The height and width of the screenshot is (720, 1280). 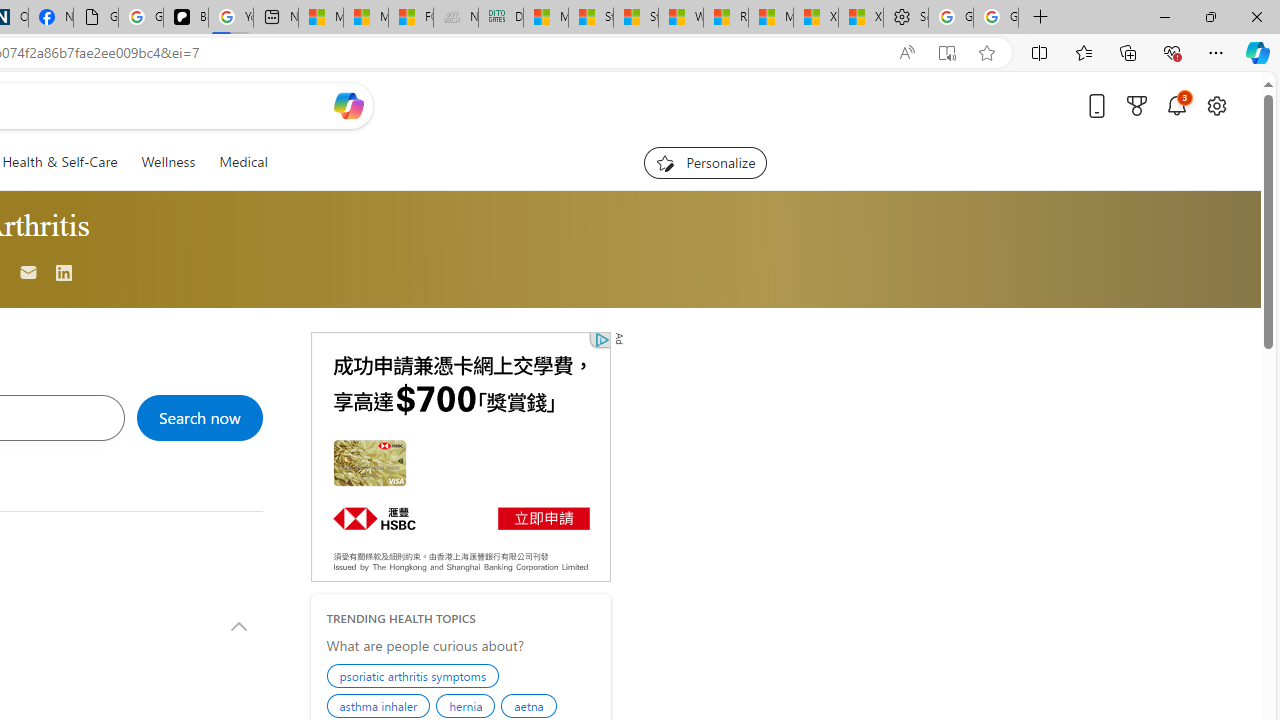 What do you see at coordinates (168, 161) in the screenshot?
I see `'Wellness'` at bounding box center [168, 161].